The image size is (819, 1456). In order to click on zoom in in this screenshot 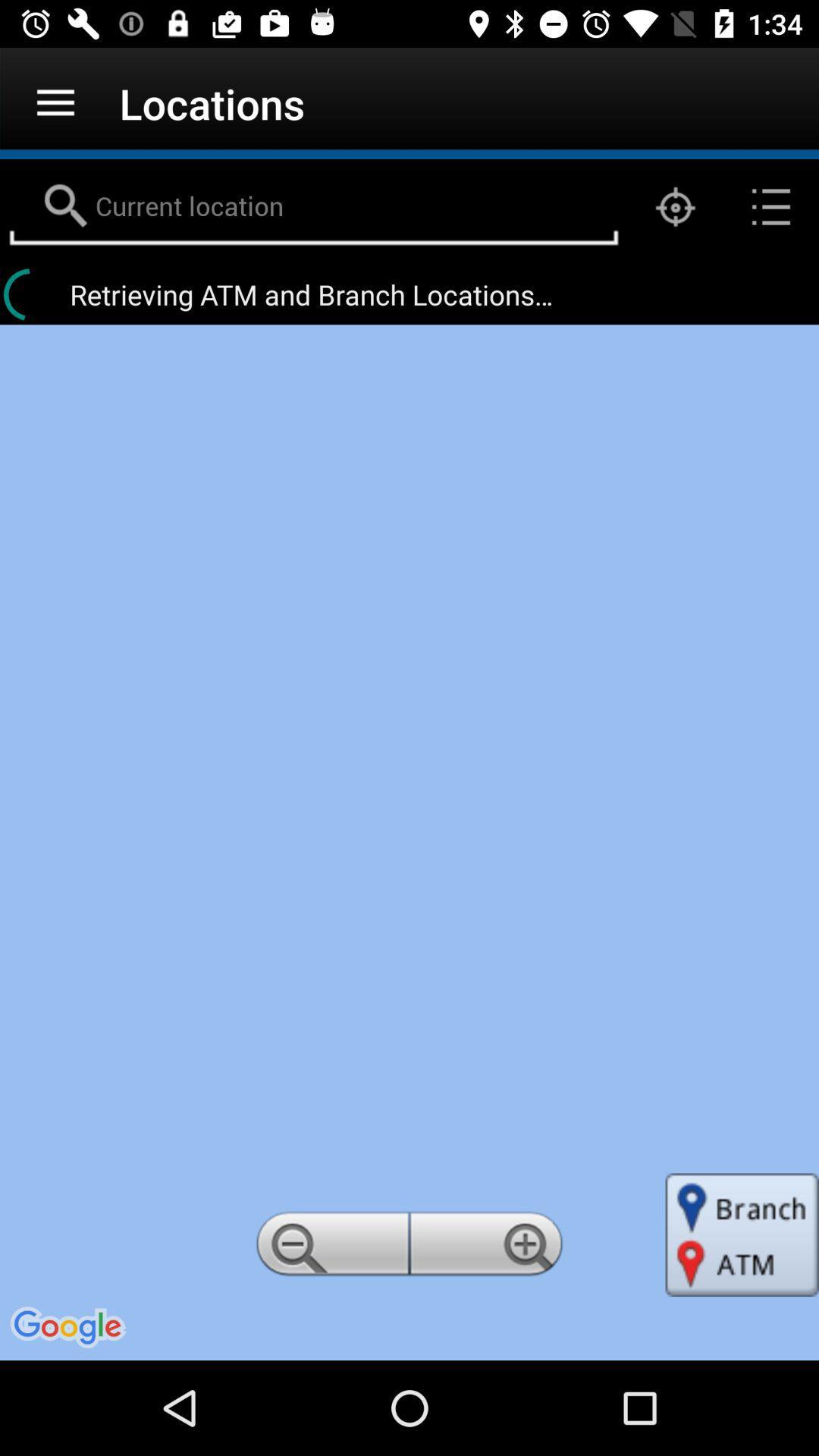, I will do `click(488, 1248)`.